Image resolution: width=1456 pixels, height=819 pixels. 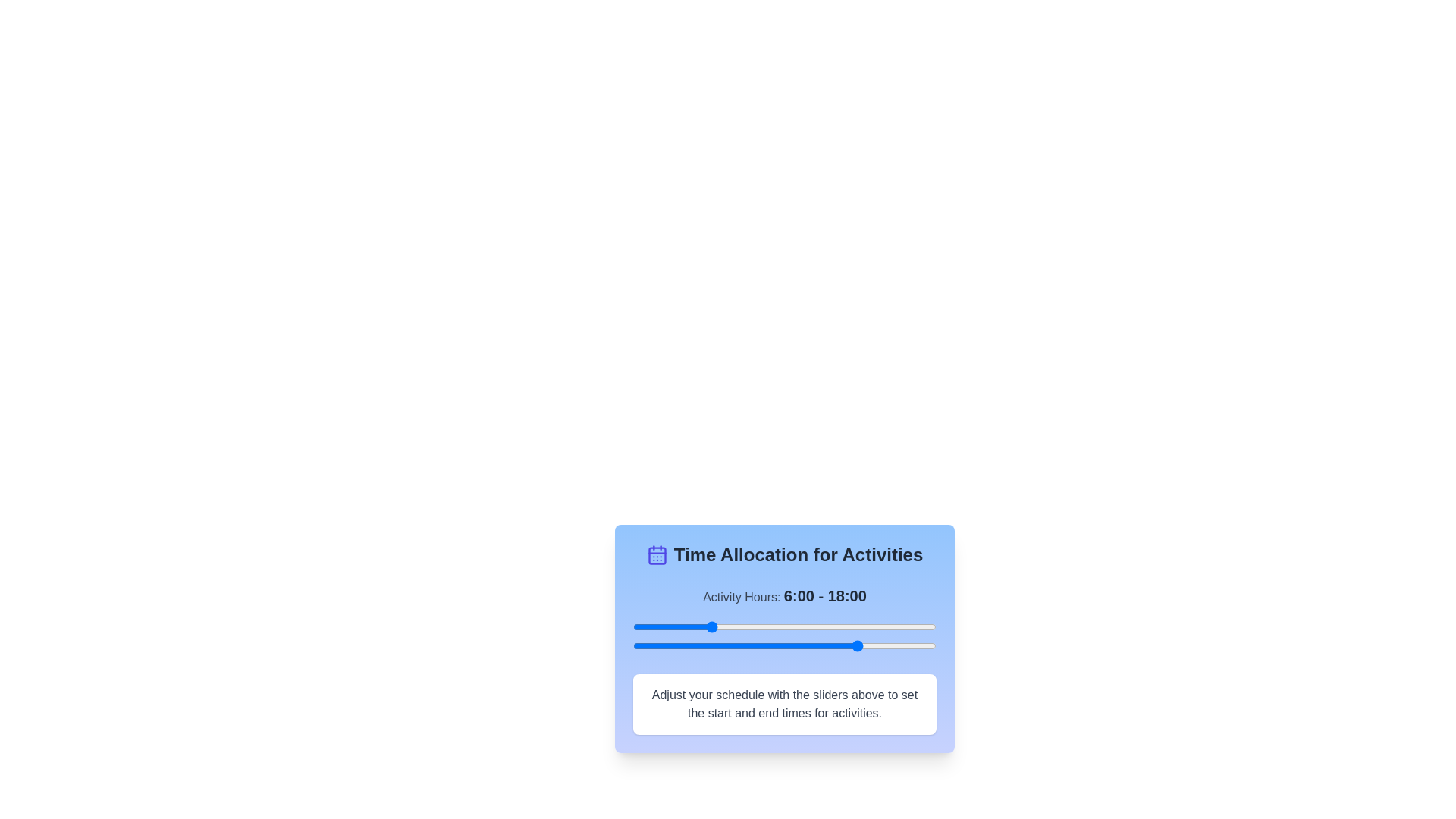 What do you see at coordinates (824, 595) in the screenshot?
I see `the displayed time range text for better visibility` at bounding box center [824, 595].